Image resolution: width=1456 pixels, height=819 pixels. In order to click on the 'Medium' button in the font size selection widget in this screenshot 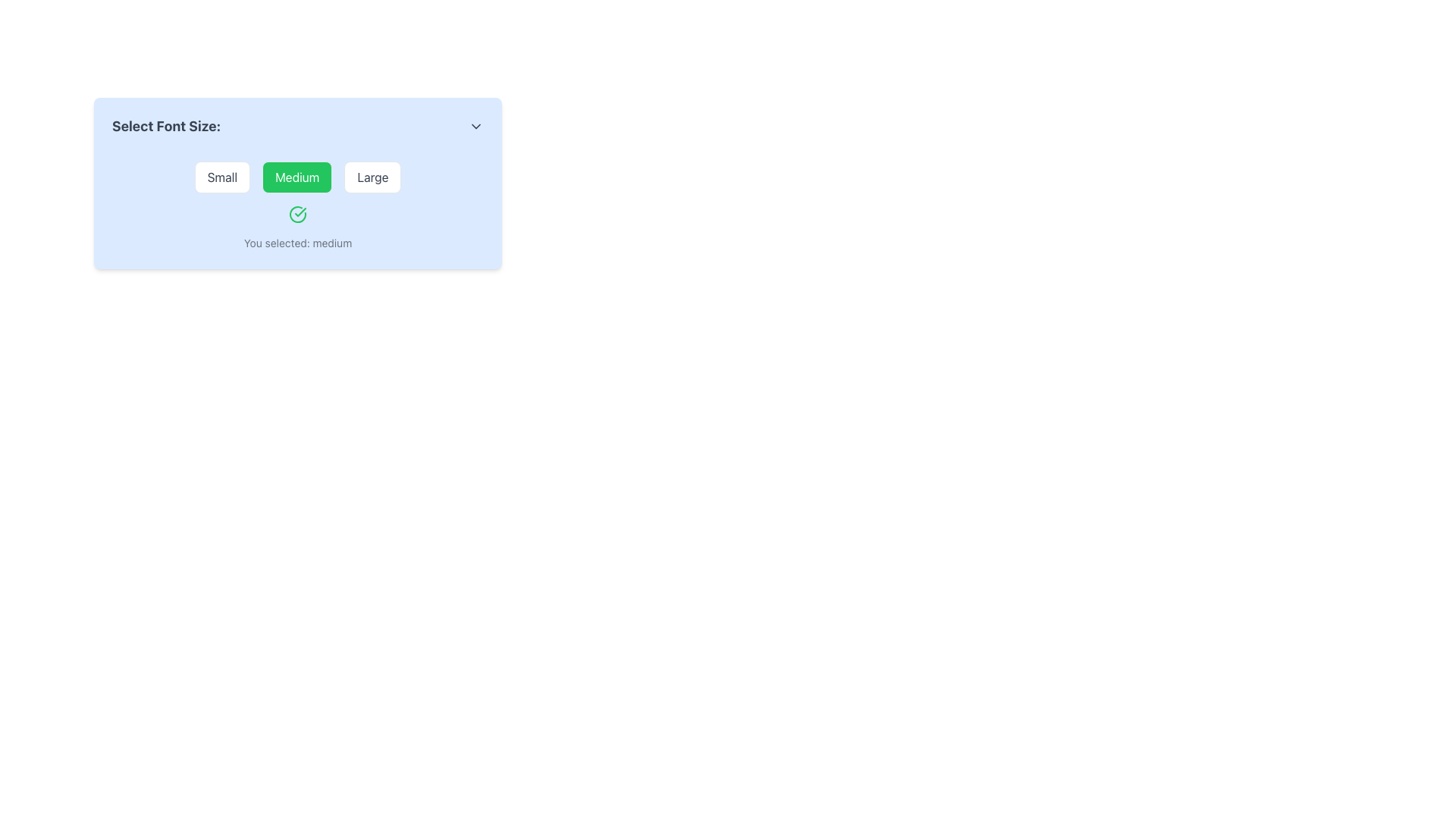, I will do `click(298, 183)`.